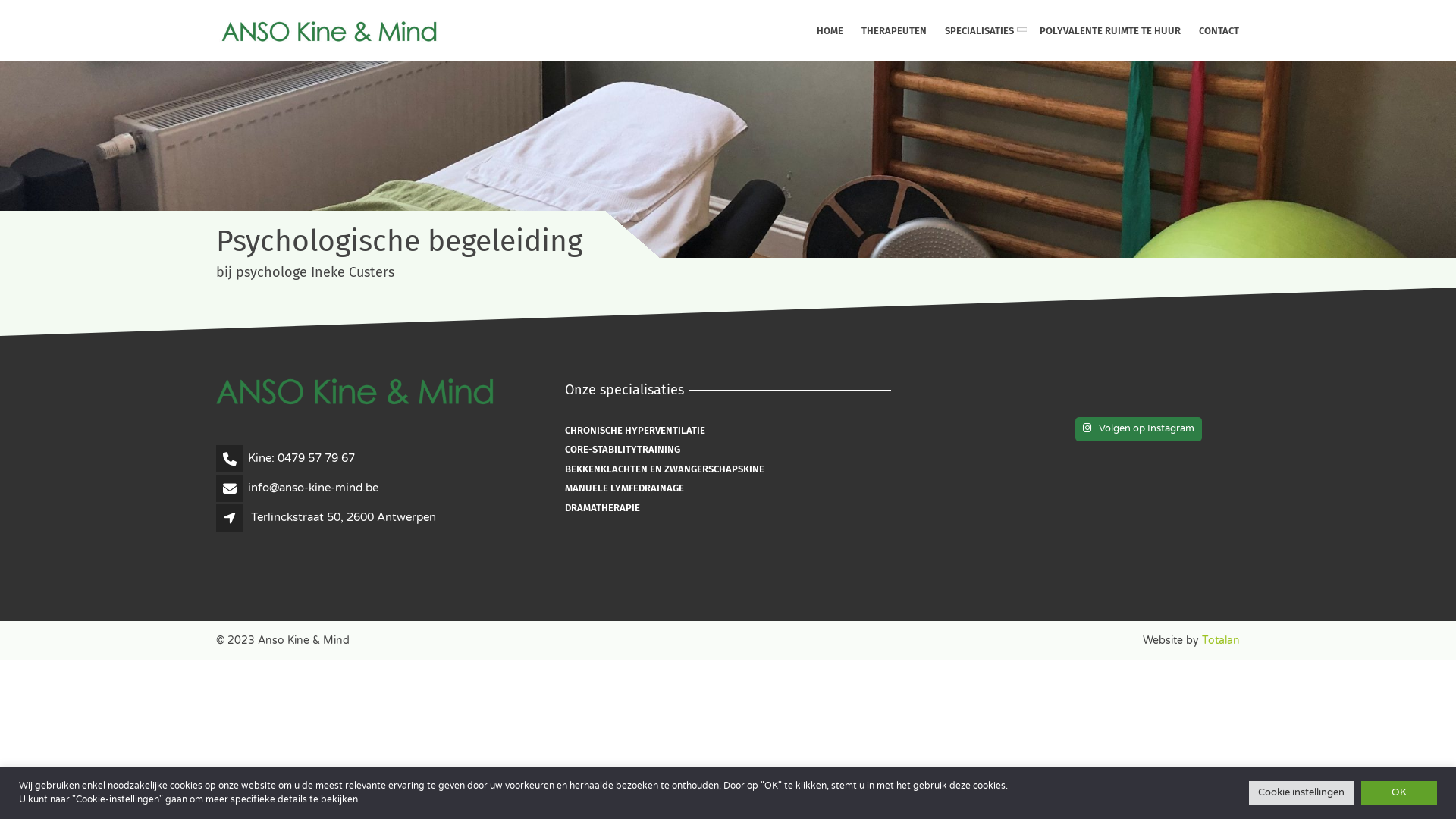  Describe the element at coordinates (1398, 792) in the screenshot. I see `'OK'` at that location.